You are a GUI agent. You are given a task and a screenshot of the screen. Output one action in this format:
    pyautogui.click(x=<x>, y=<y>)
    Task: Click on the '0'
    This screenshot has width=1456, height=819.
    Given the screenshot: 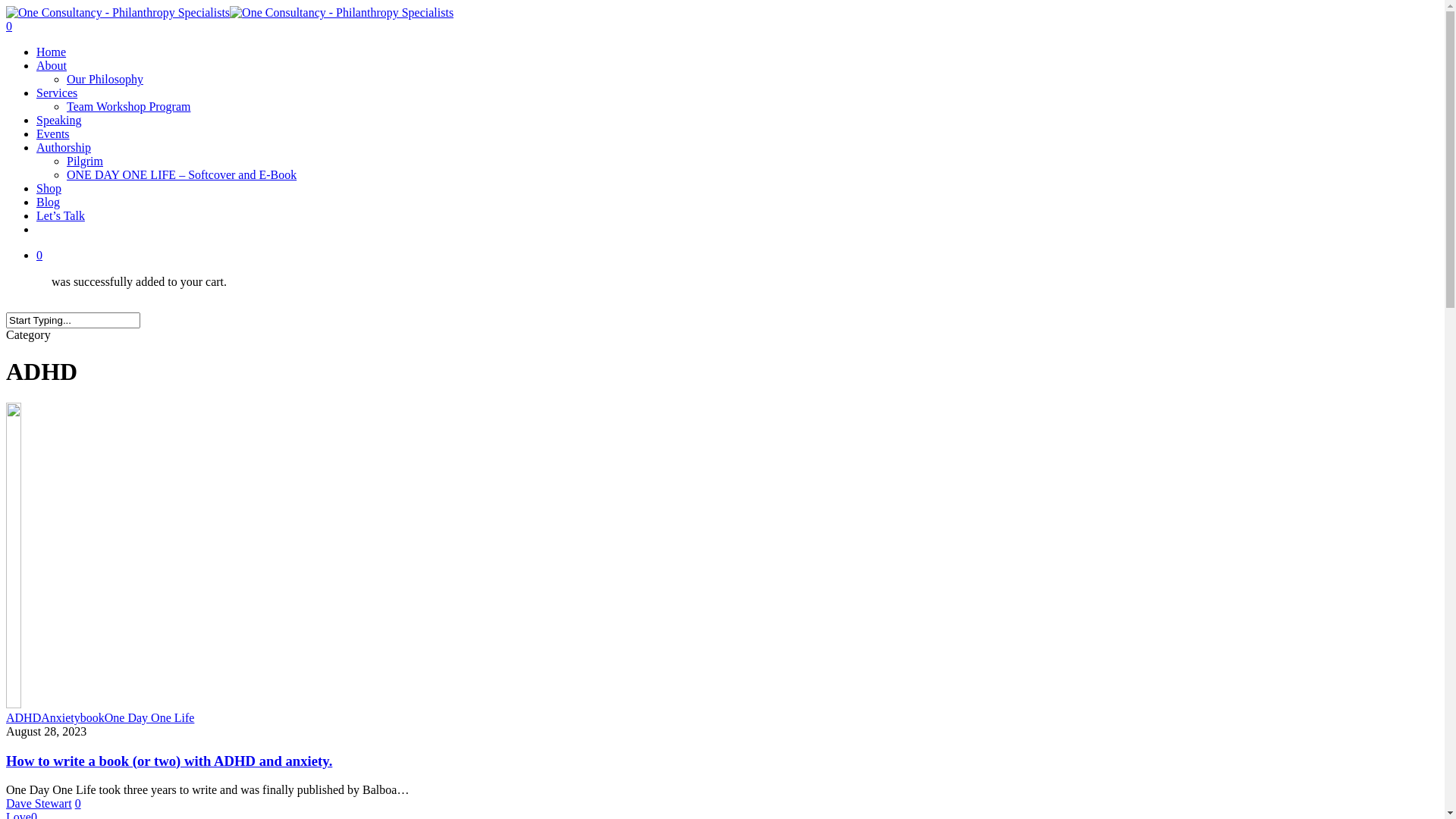 What is the action you would take?
    pyautogui.click(x=77, y=802)
    